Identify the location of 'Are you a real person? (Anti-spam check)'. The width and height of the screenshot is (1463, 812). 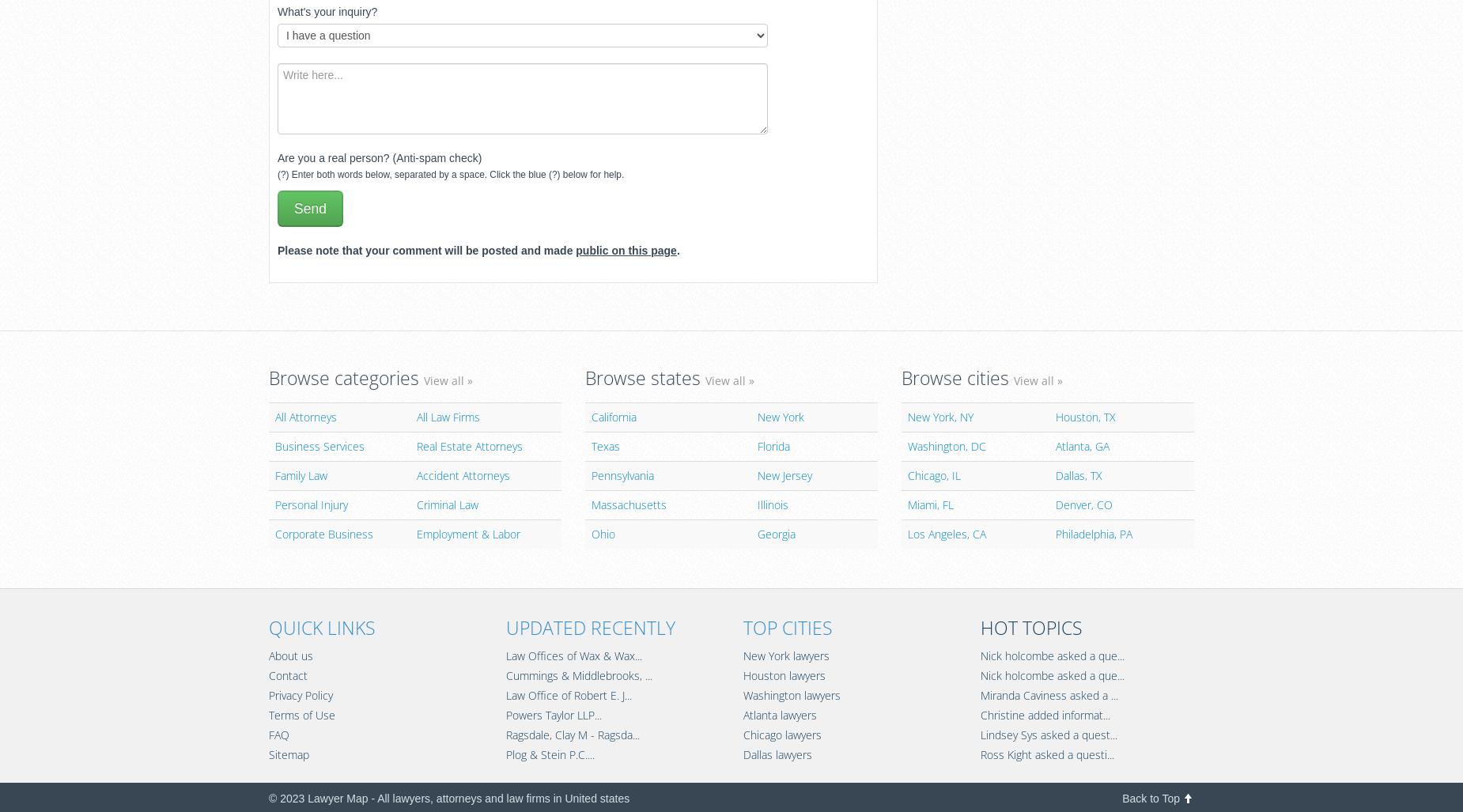
(380, 157).